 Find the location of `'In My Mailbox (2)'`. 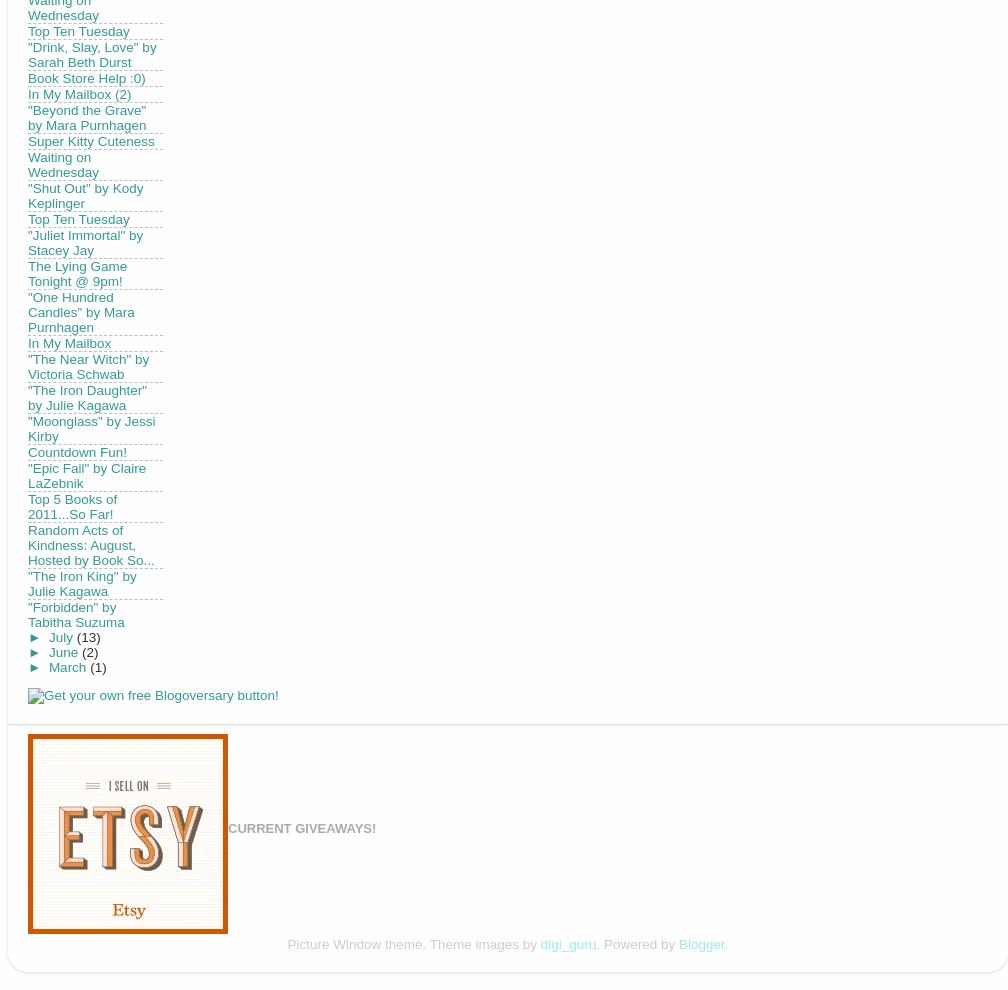

'In My Mailbox (2)' is located at coordinates (79, 93).